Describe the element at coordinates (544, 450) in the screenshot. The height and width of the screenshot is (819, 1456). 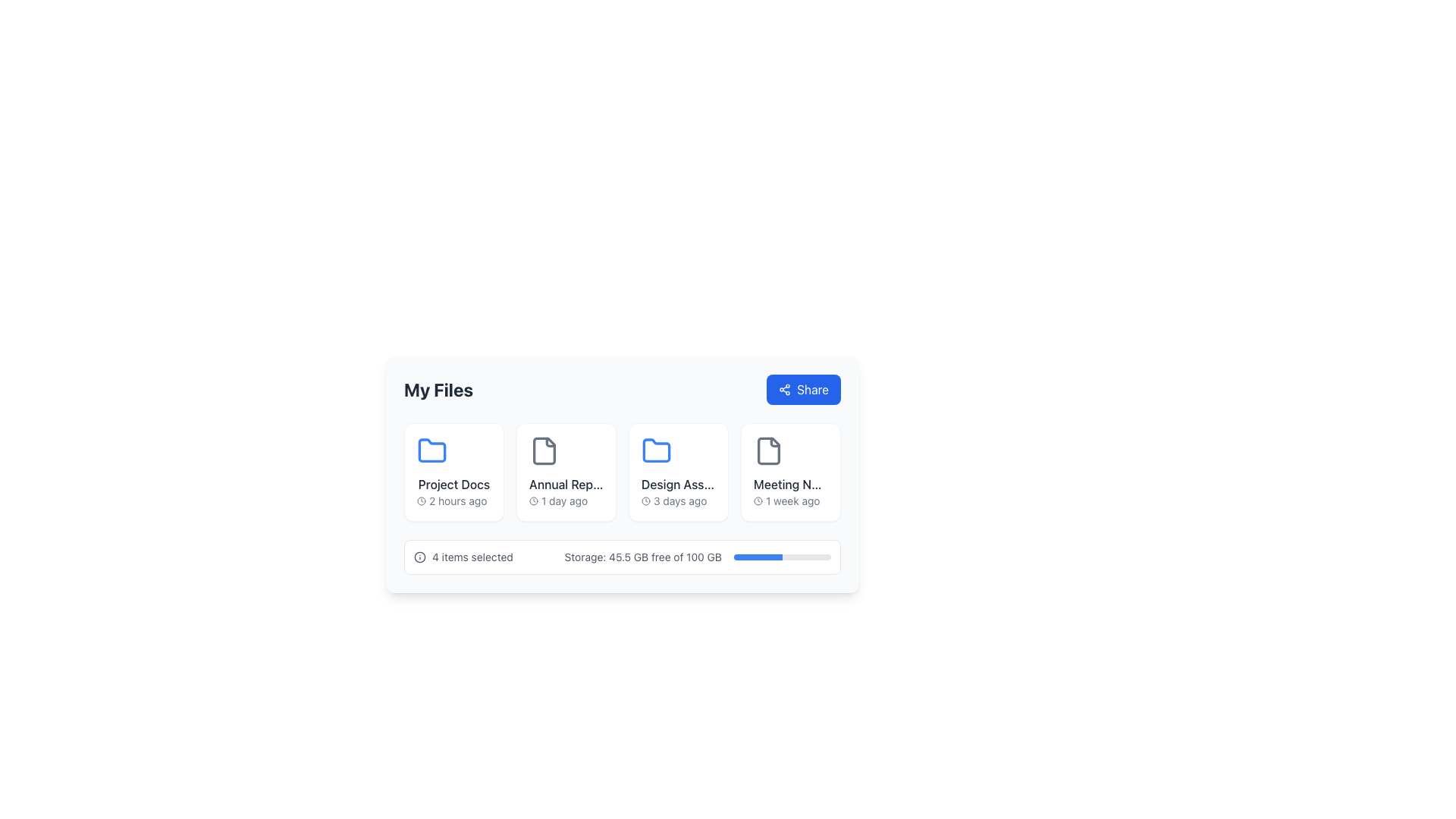
I see `the 'Annual Report' file icon, which is the second item from the left in the 'My Files' section, visually represented as a document icon` at that location.